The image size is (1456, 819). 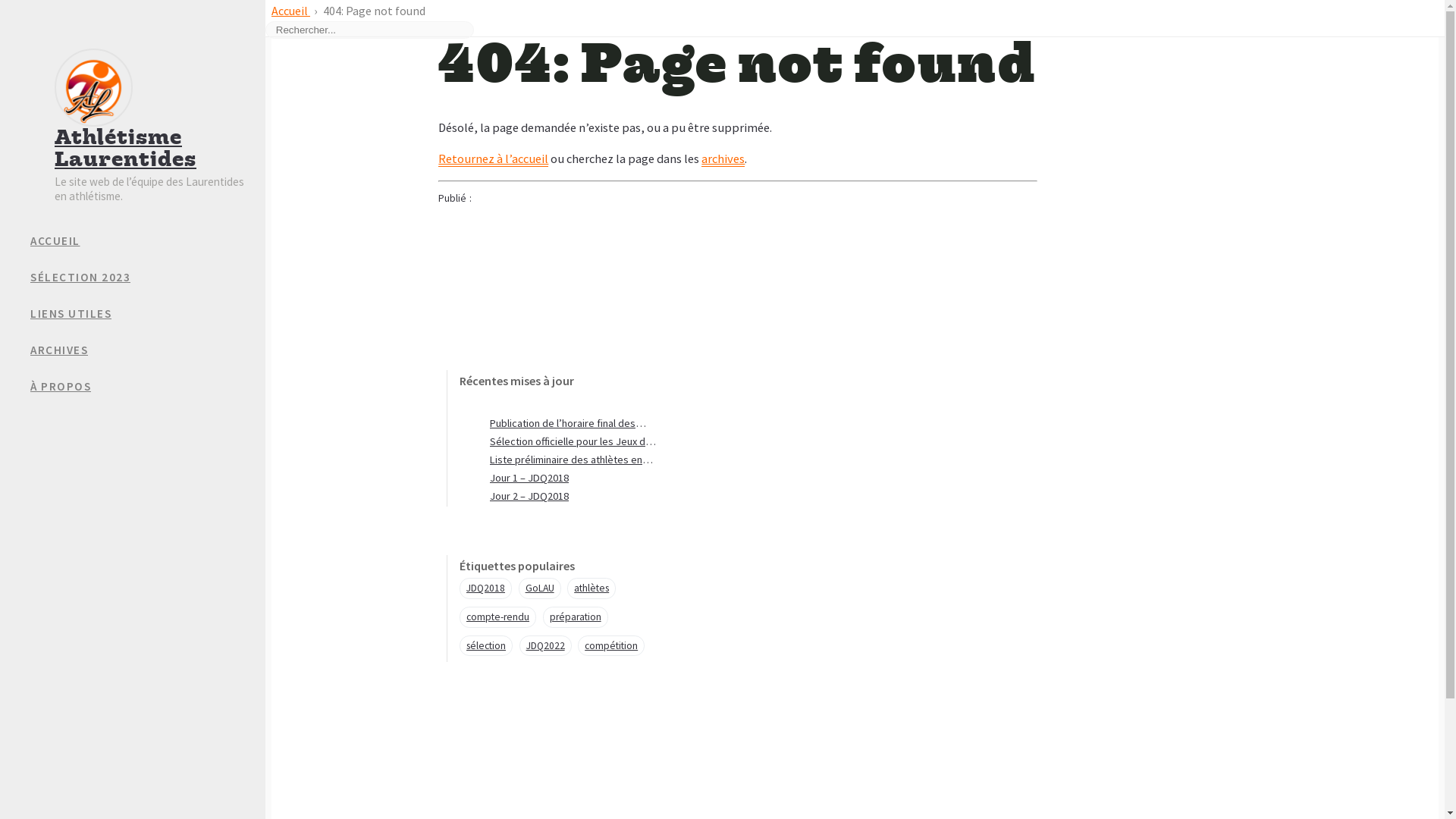 I want to click on 'JDQ2022', so click(x=545, y=646).